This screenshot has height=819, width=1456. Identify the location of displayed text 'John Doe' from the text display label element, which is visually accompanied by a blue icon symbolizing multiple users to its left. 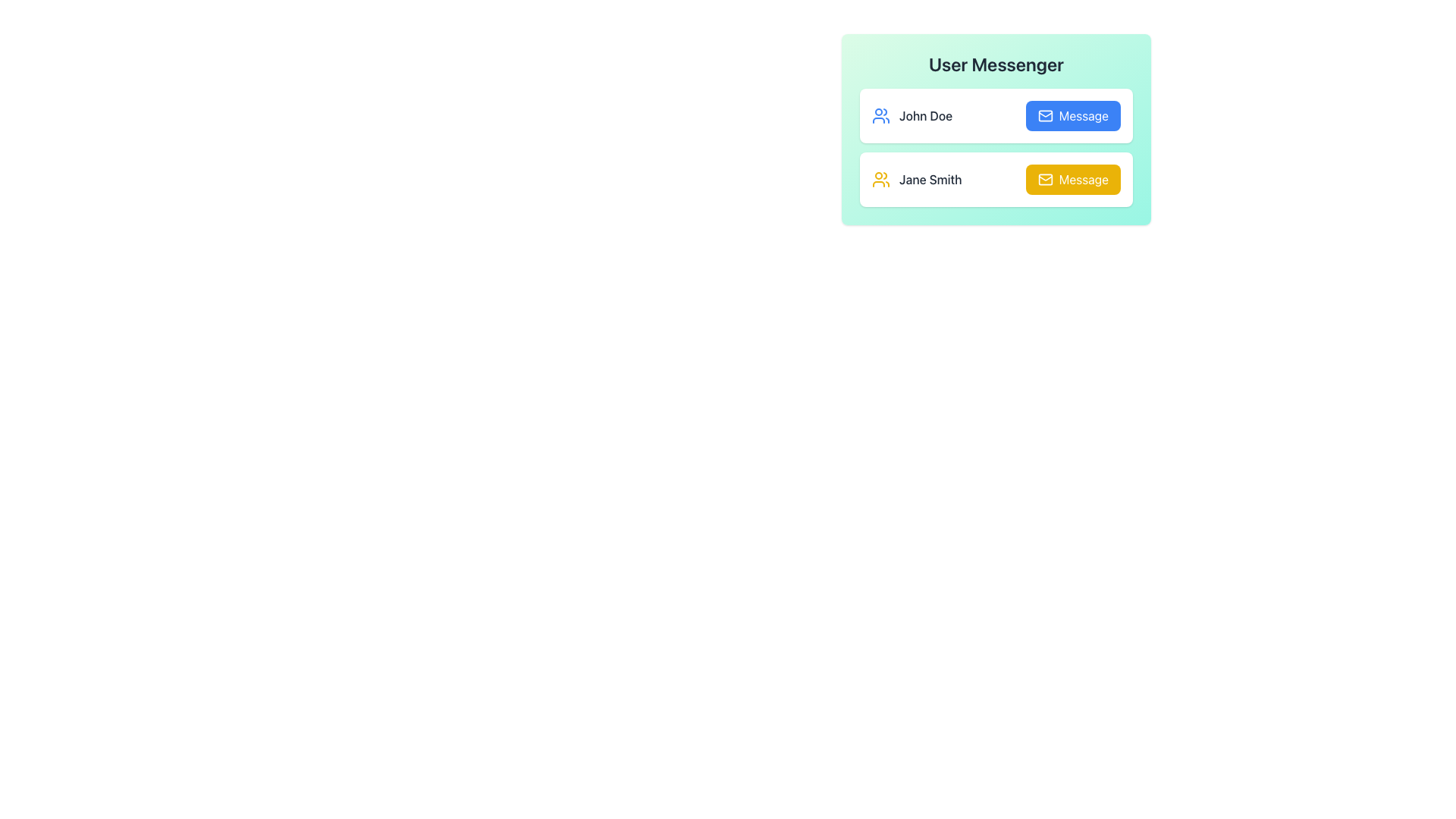
(912, 115).